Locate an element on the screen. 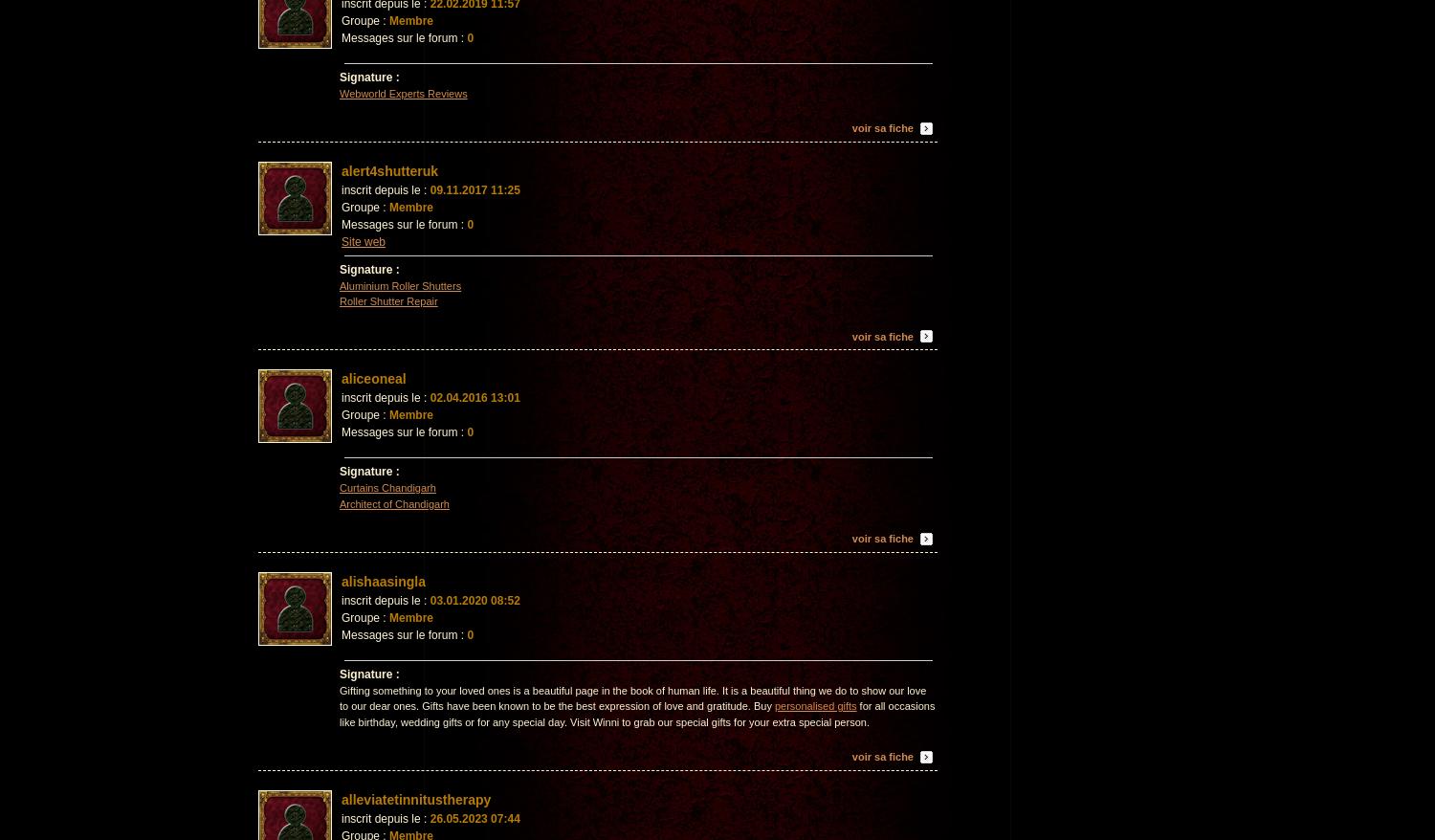 The image size is (1435, 840). 'Aluminium Roller Shutters' is located at coordinates (400, 283).